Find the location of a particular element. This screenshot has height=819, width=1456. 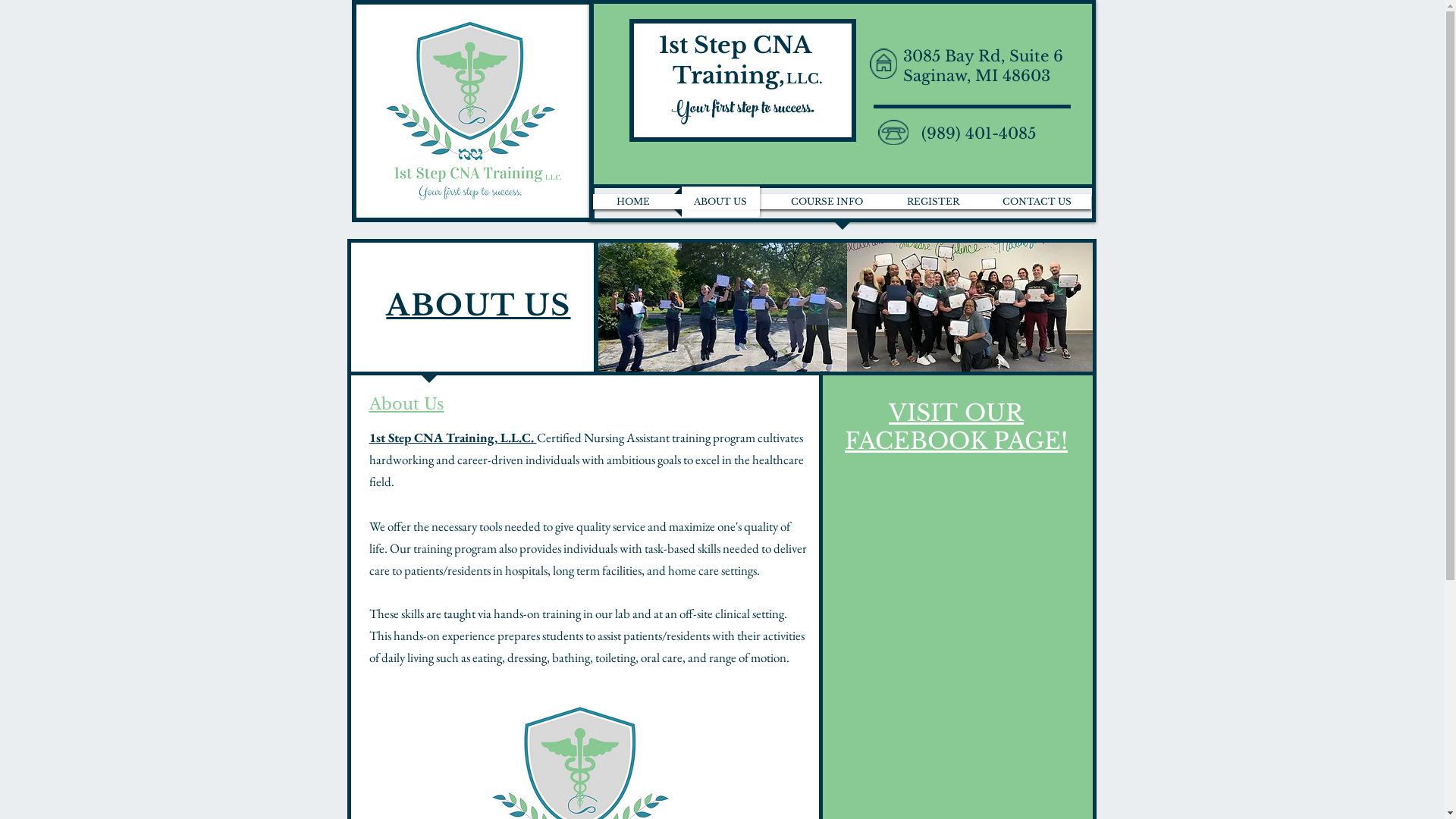

'(989) 401-4085' is located at coordinates (978, 133).